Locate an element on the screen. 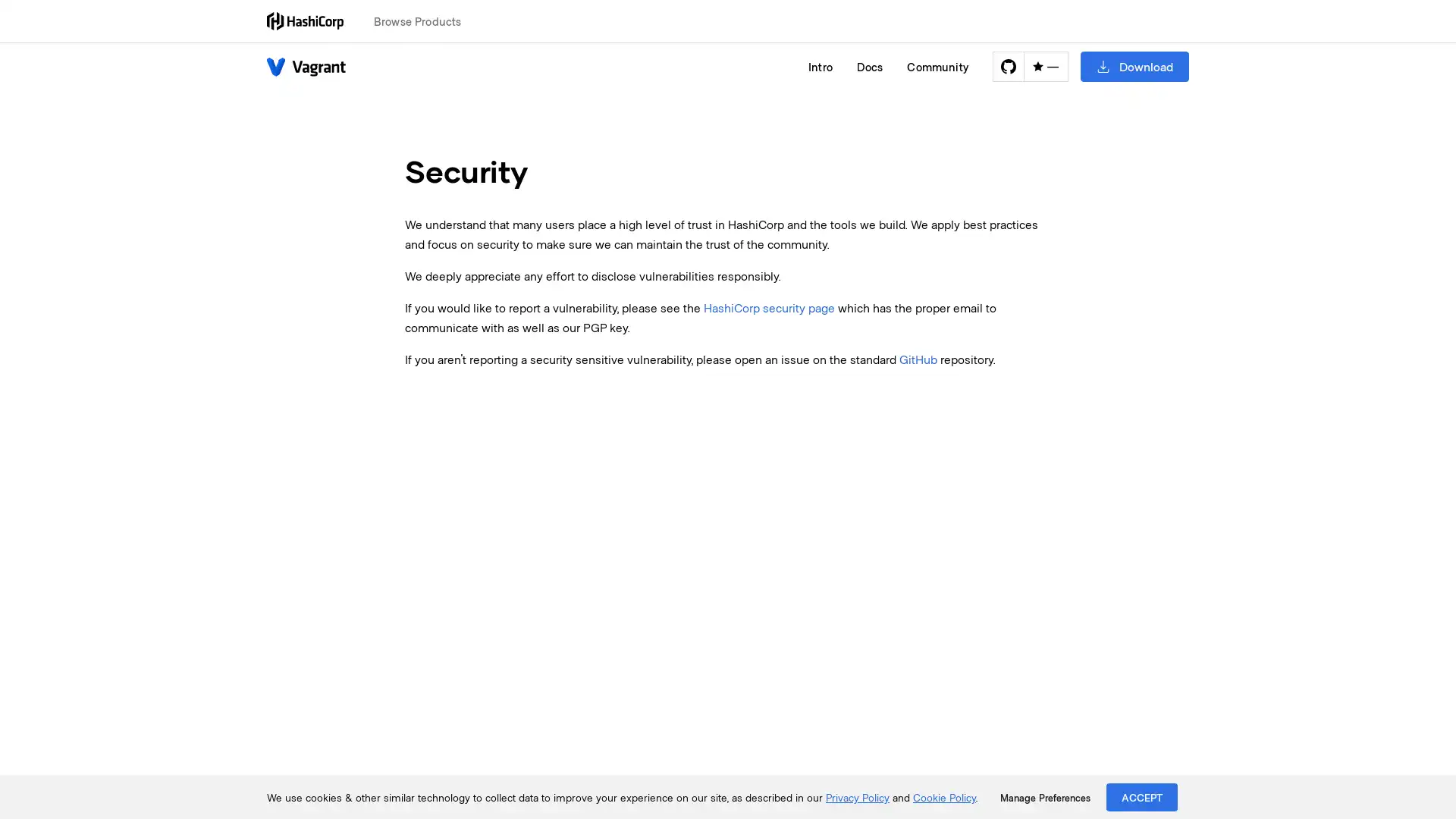  Manage Preferences is located at coordinates (1044, 797).